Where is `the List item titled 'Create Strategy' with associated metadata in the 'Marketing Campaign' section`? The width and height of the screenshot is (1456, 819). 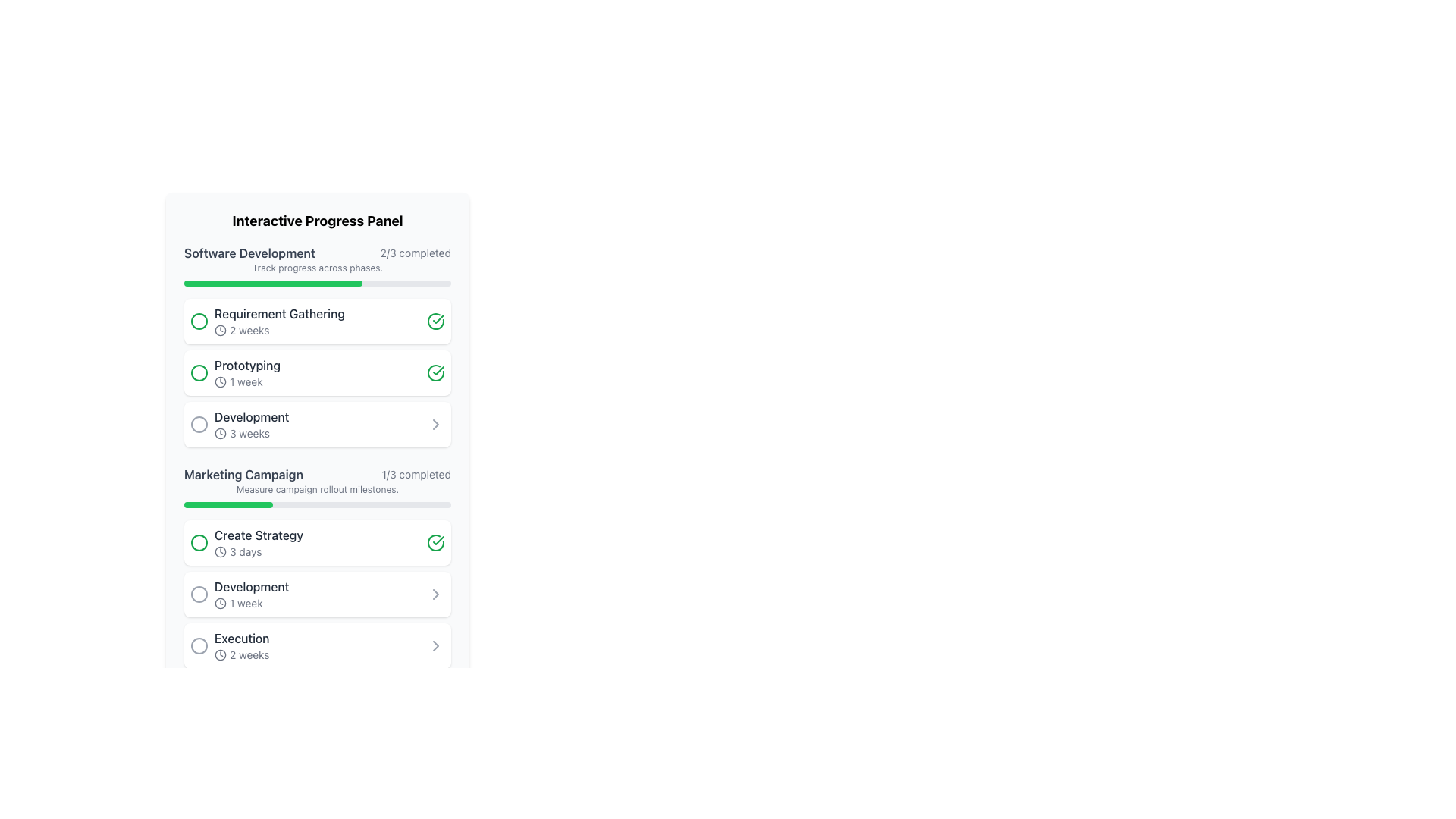 the List item titled 'Create Strategy' with associated metadata in the 'Marketing Campaign' section is located at coordinates (246, 542).